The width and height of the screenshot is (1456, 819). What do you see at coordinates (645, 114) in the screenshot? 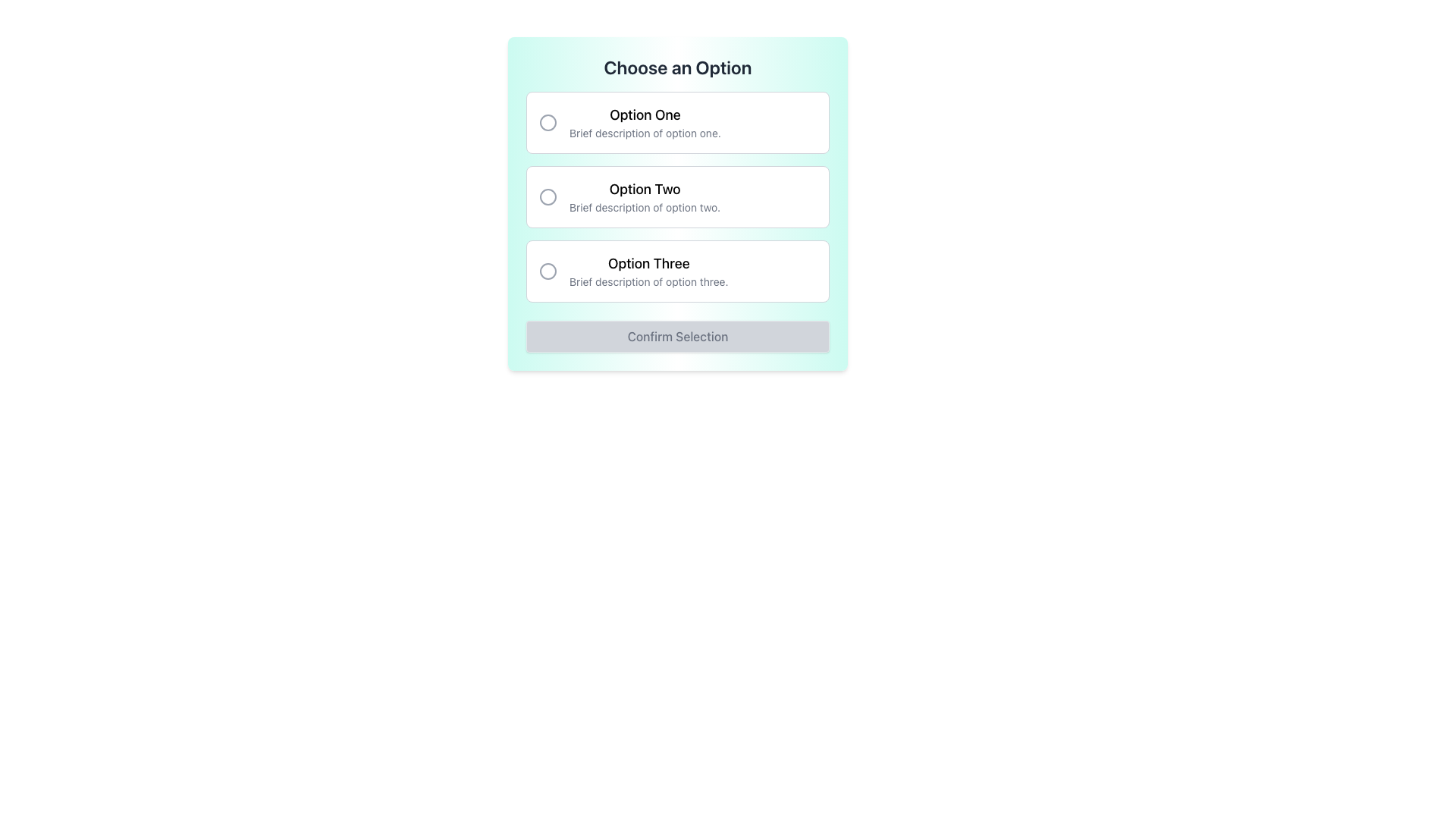
I see `the text label displaying 'Option One' which is styled in a larger bold font and located at the top of the first selectable option in a mint green selection dialogue box` at bounding box center [645, 114].